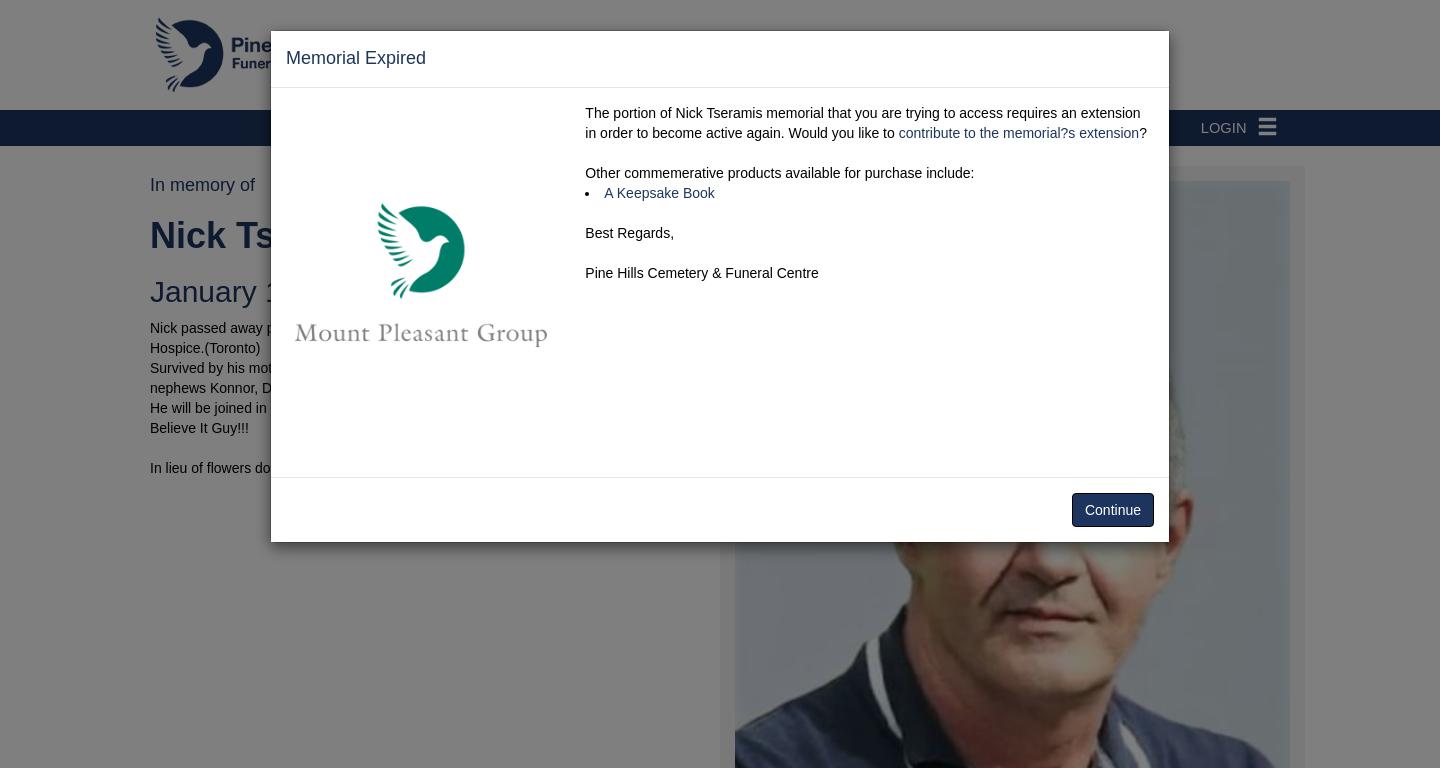 Image resolution: width=1440 pixels, height=768 pixels. Describe the element at coordinates (264, 291) in the screenshot. I see `'January 14, 1965'` at that location.